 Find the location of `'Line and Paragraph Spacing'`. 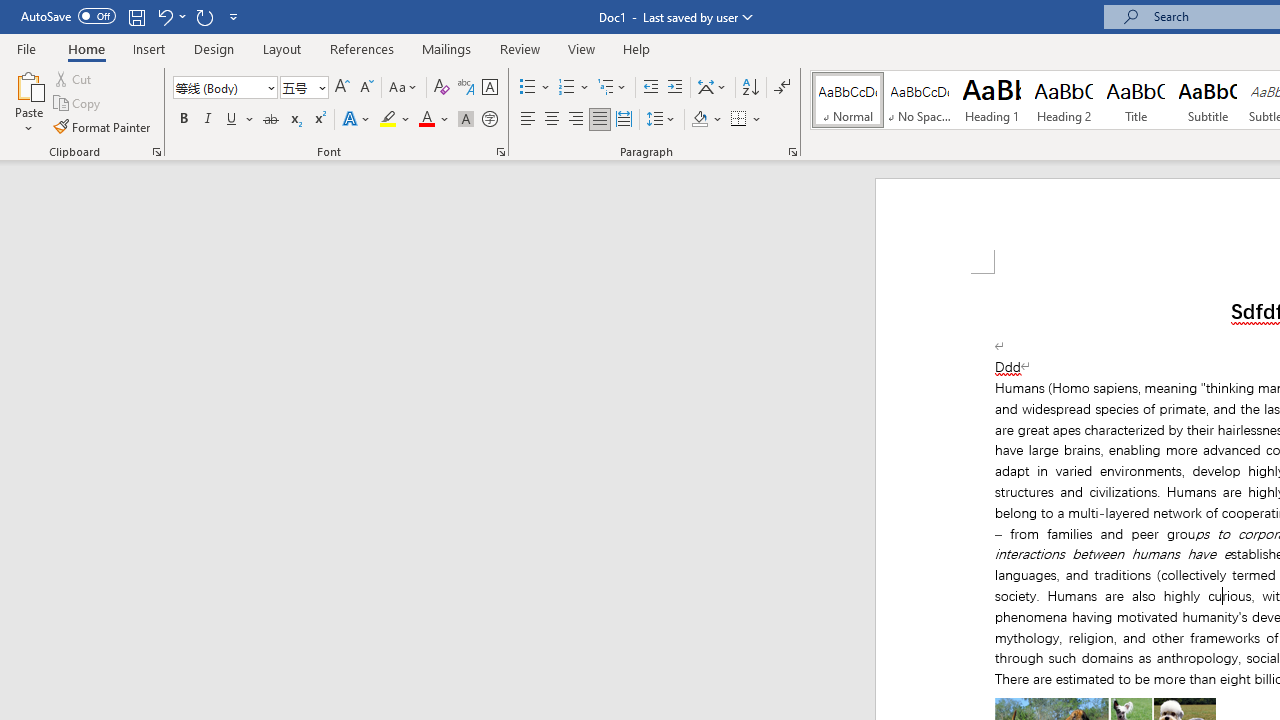

'Line and Paragraph Spacing' is located at coordinates (661, 119).